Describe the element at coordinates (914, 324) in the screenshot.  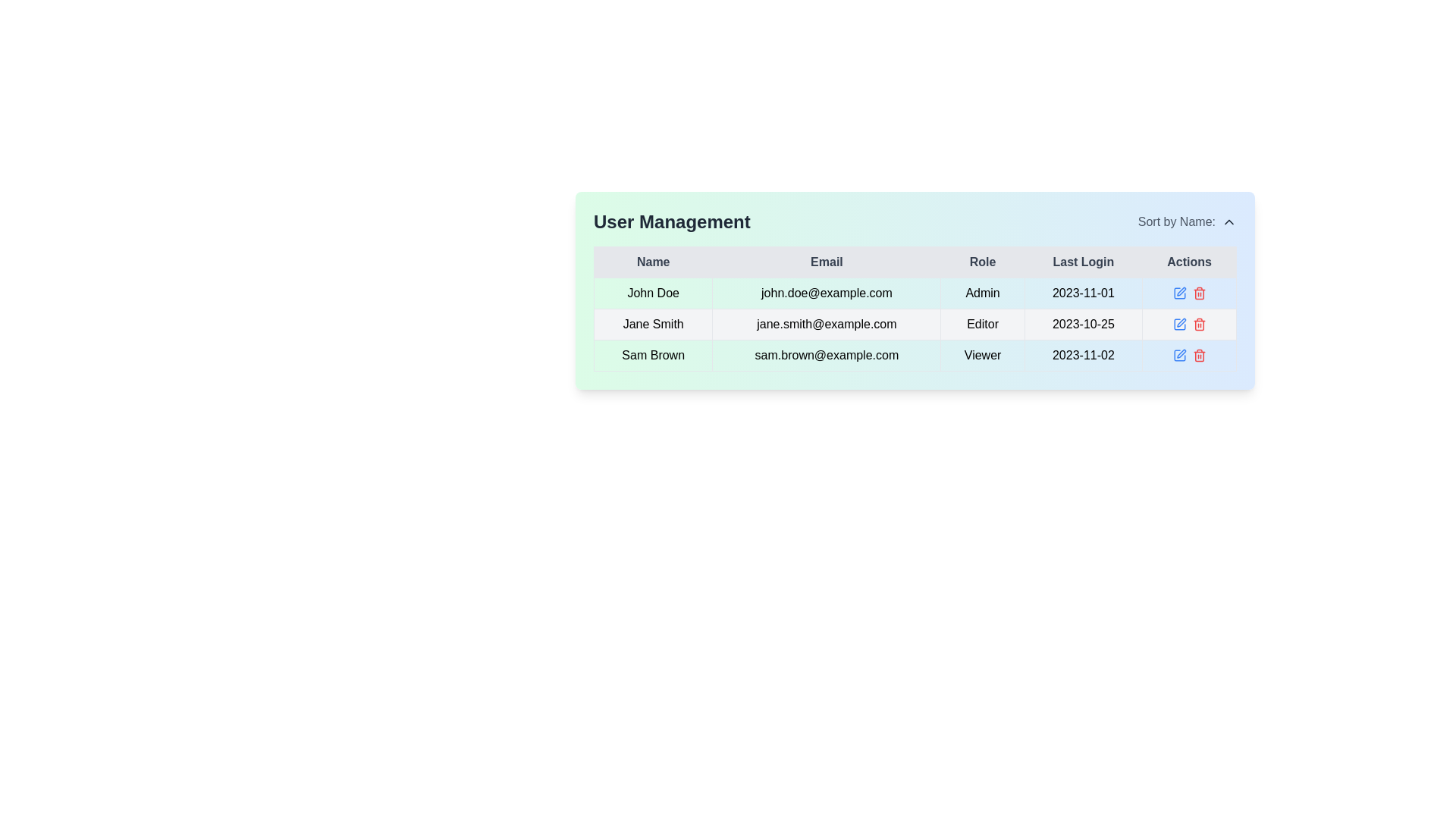
I see `the second row in the user data table, which contains the email 'jane.smith@example.com'` at that location.